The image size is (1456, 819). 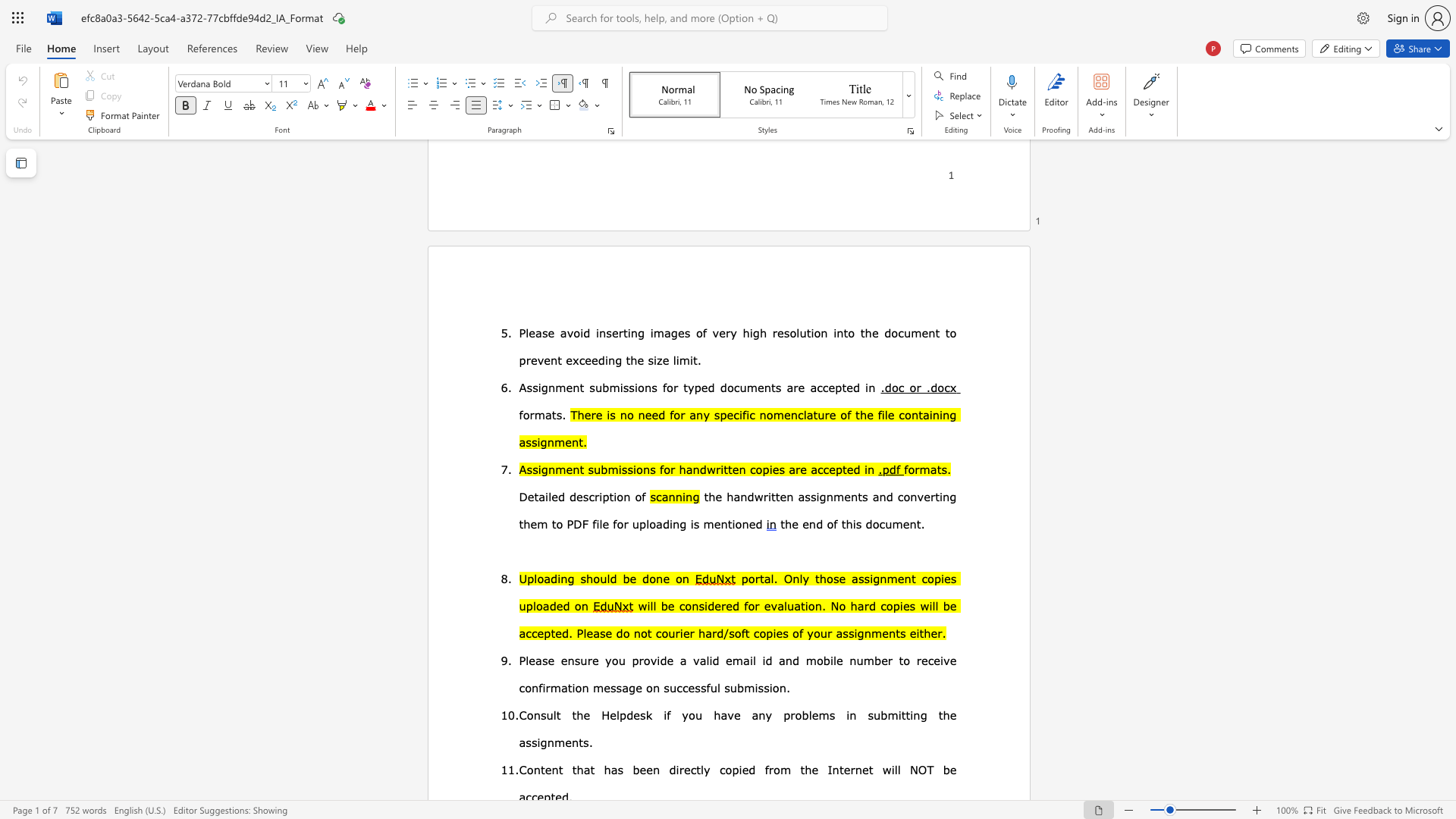 What do you see at coordinates (542, 604) in the screenshot?
I see `the subset text "aded o" within the text "portal. Only those assignment copies uploaded on"` at bounding box center [542, 604].